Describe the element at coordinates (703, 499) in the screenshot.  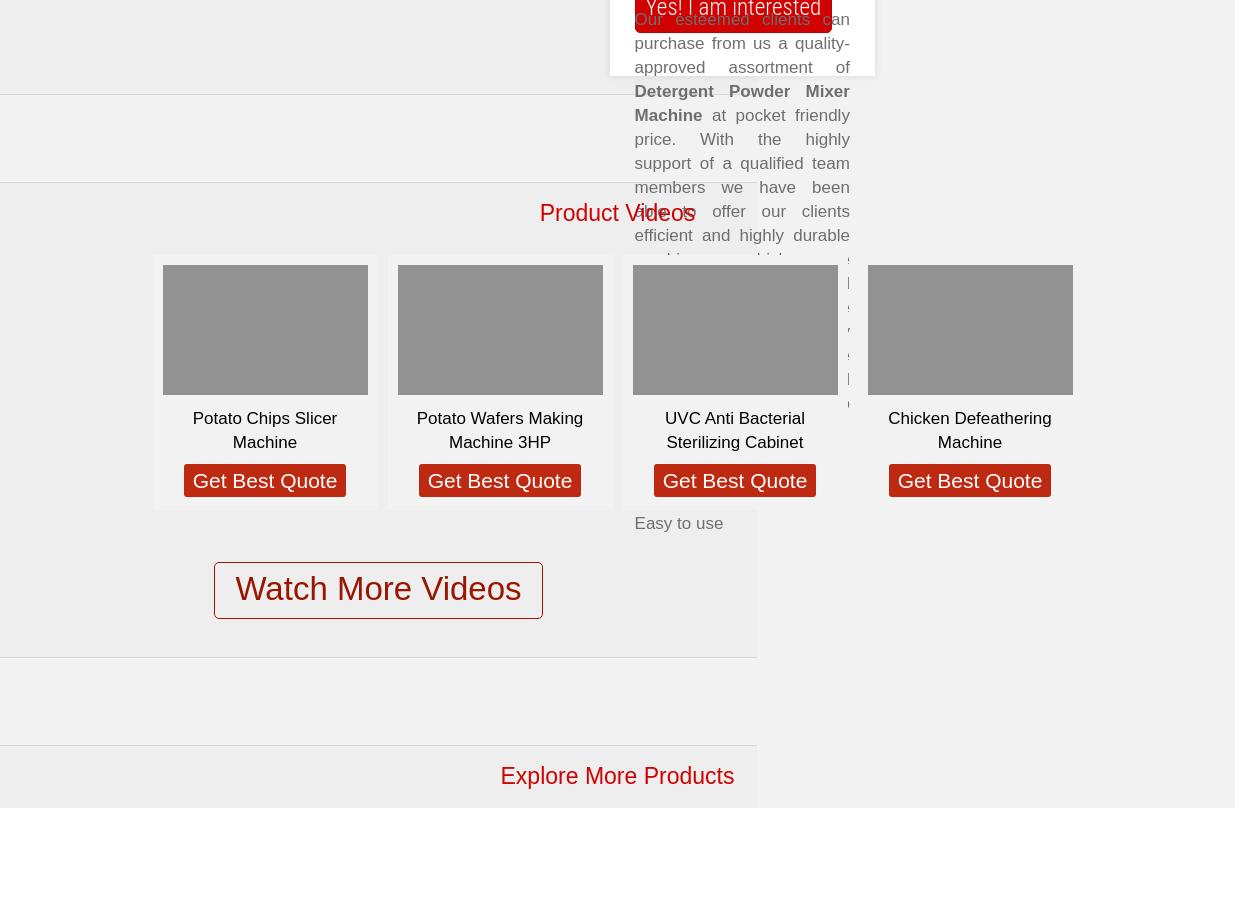
I see `'Easy Maintenance'` at that location.